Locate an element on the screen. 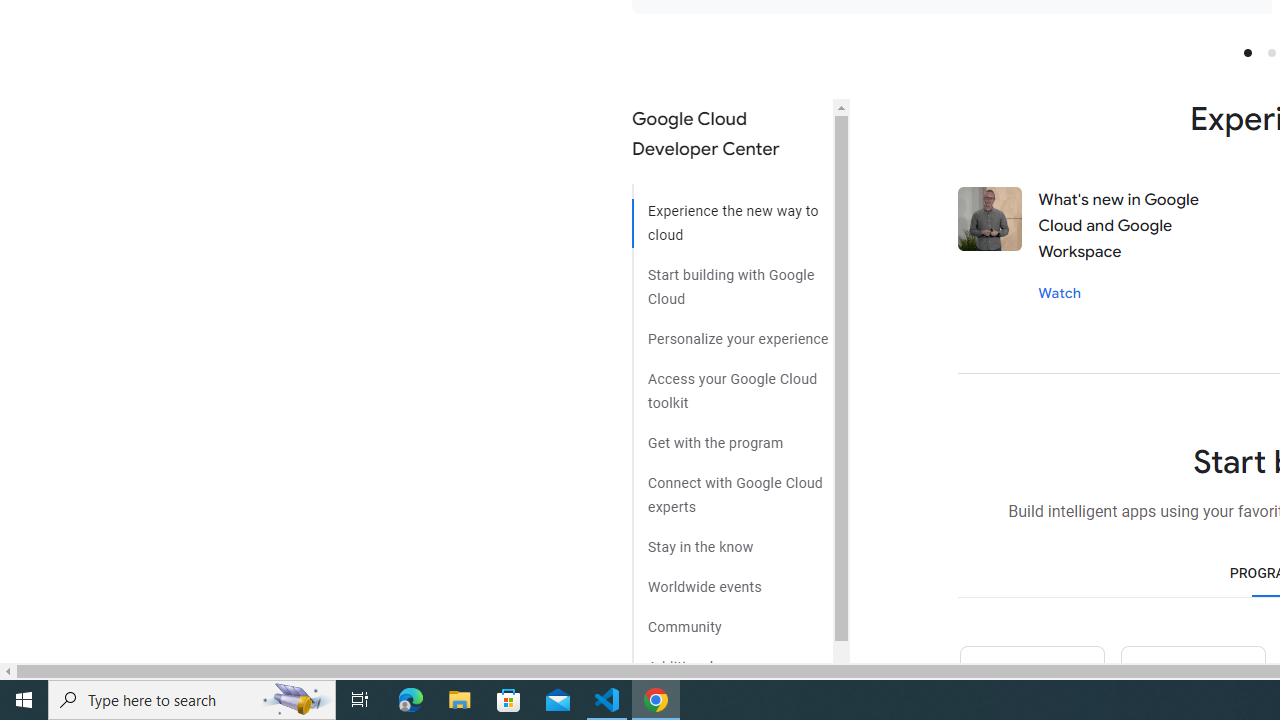  'Watch' is located at coordinates (1058, 292).